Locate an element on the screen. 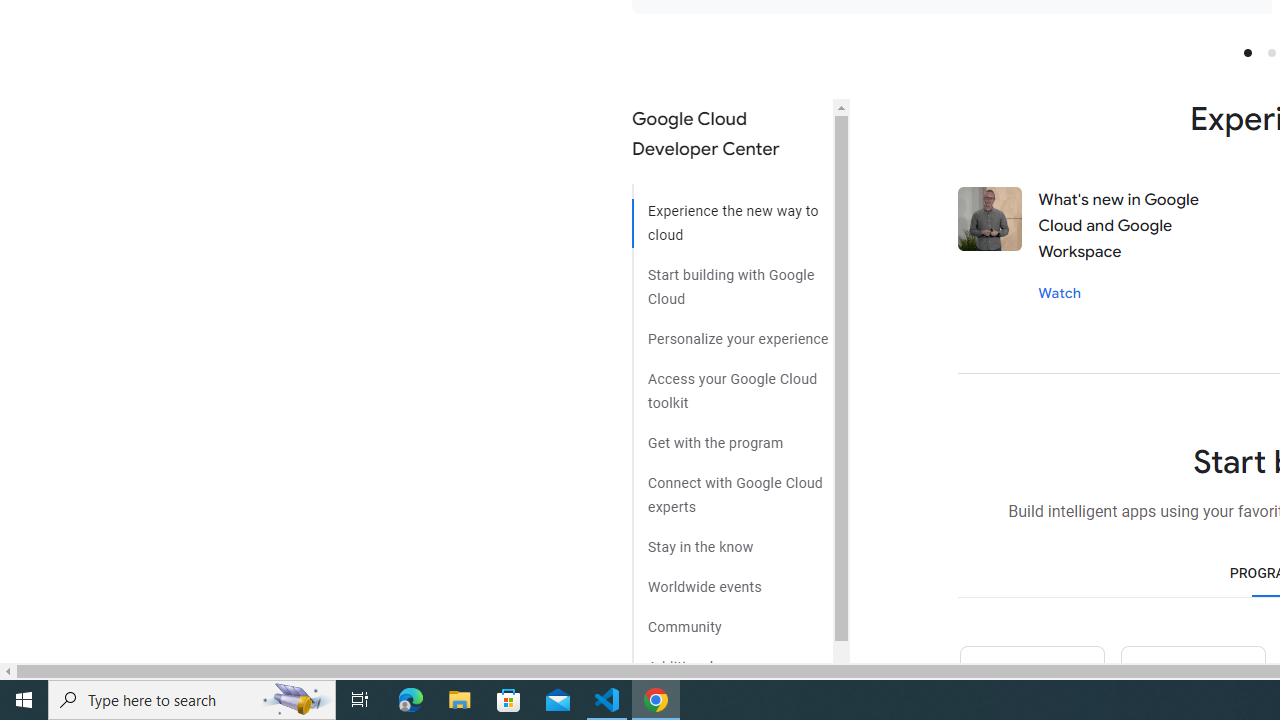  'Watch' is located at coordinates (1058, 292).